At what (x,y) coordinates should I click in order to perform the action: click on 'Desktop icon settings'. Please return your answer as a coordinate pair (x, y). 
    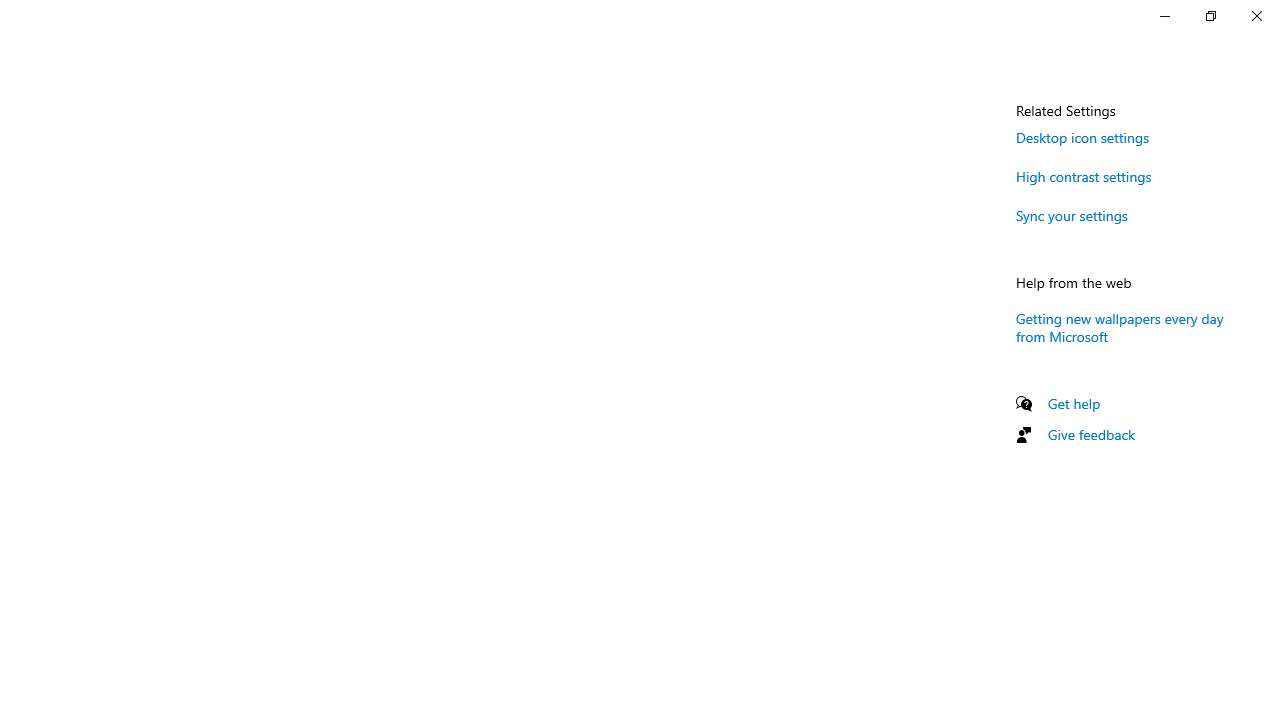
    Looking at the image, I should click on (1081, 136).